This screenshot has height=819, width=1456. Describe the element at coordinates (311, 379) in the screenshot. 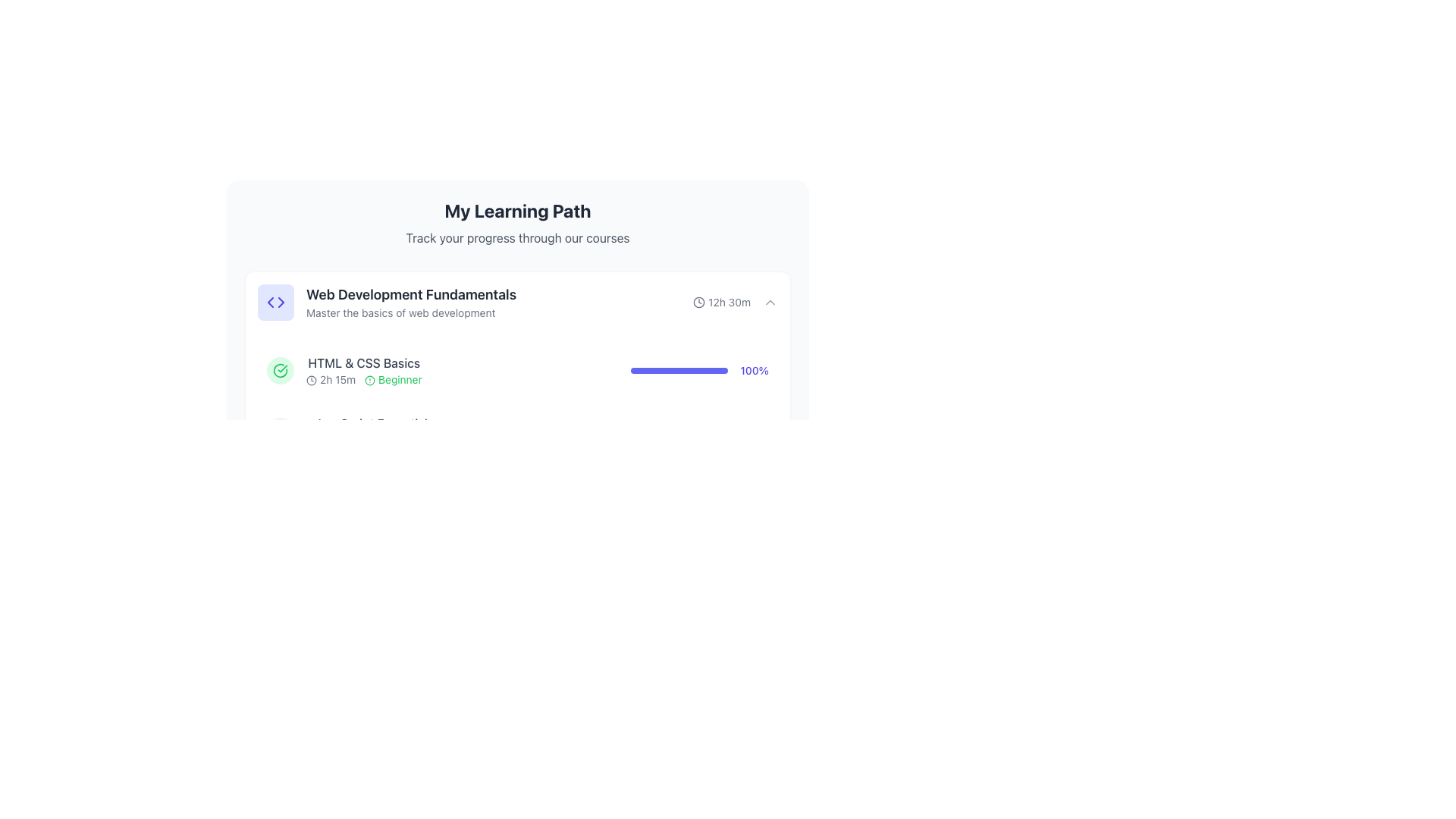

I see `the clock icon representing the duration of the course, which is part of the module list under the 'Web Development Fundamentals' header` at that location.